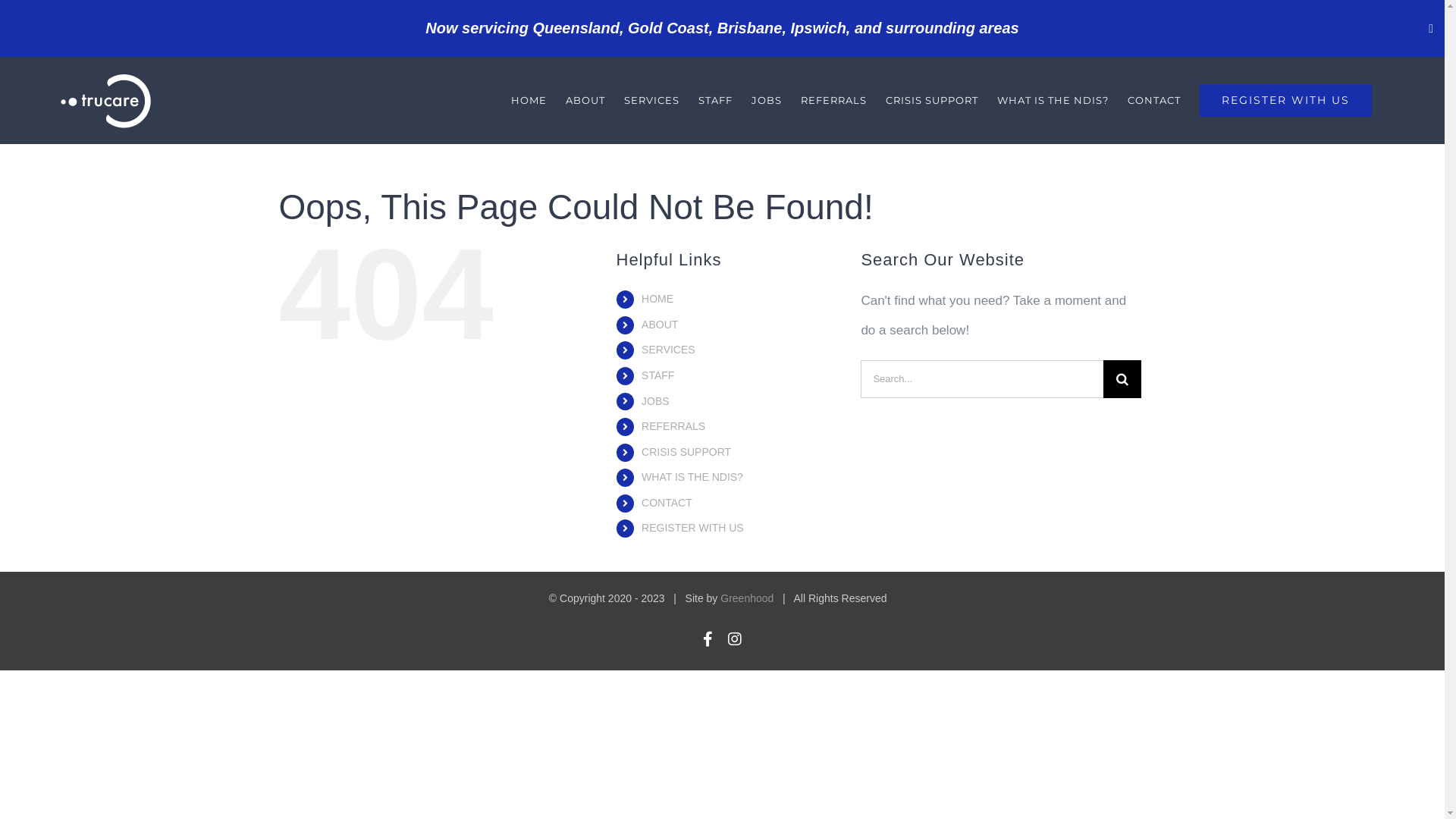 Image resolution: width=1456 pixels, height=819 pixels. Describe the element at coordinates (667, 350) in the screenshot. I see `'SERVICES'` at that location.